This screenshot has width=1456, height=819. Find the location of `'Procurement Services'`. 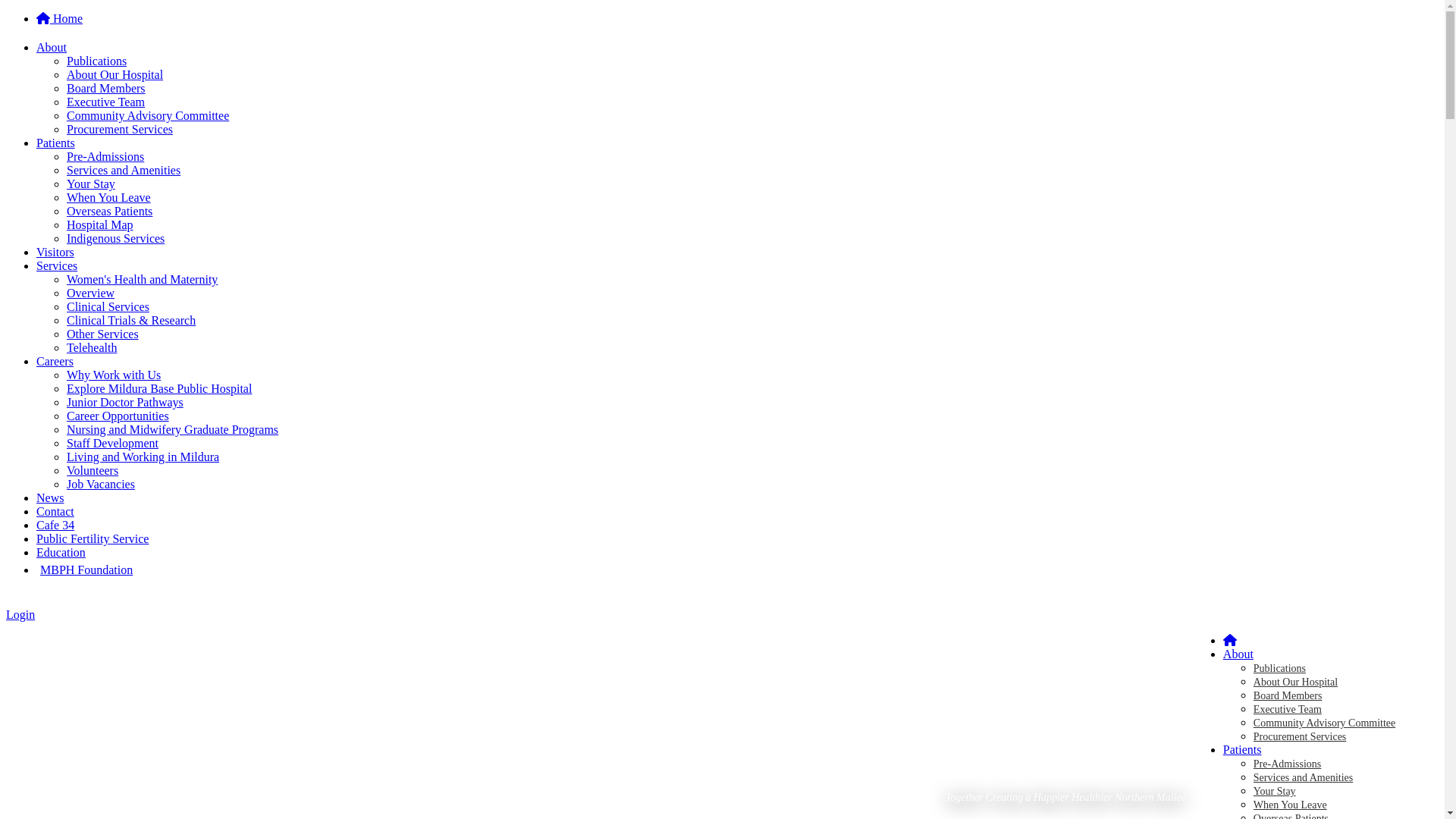

'Procurement Services' is located at coordinates (119, 128).